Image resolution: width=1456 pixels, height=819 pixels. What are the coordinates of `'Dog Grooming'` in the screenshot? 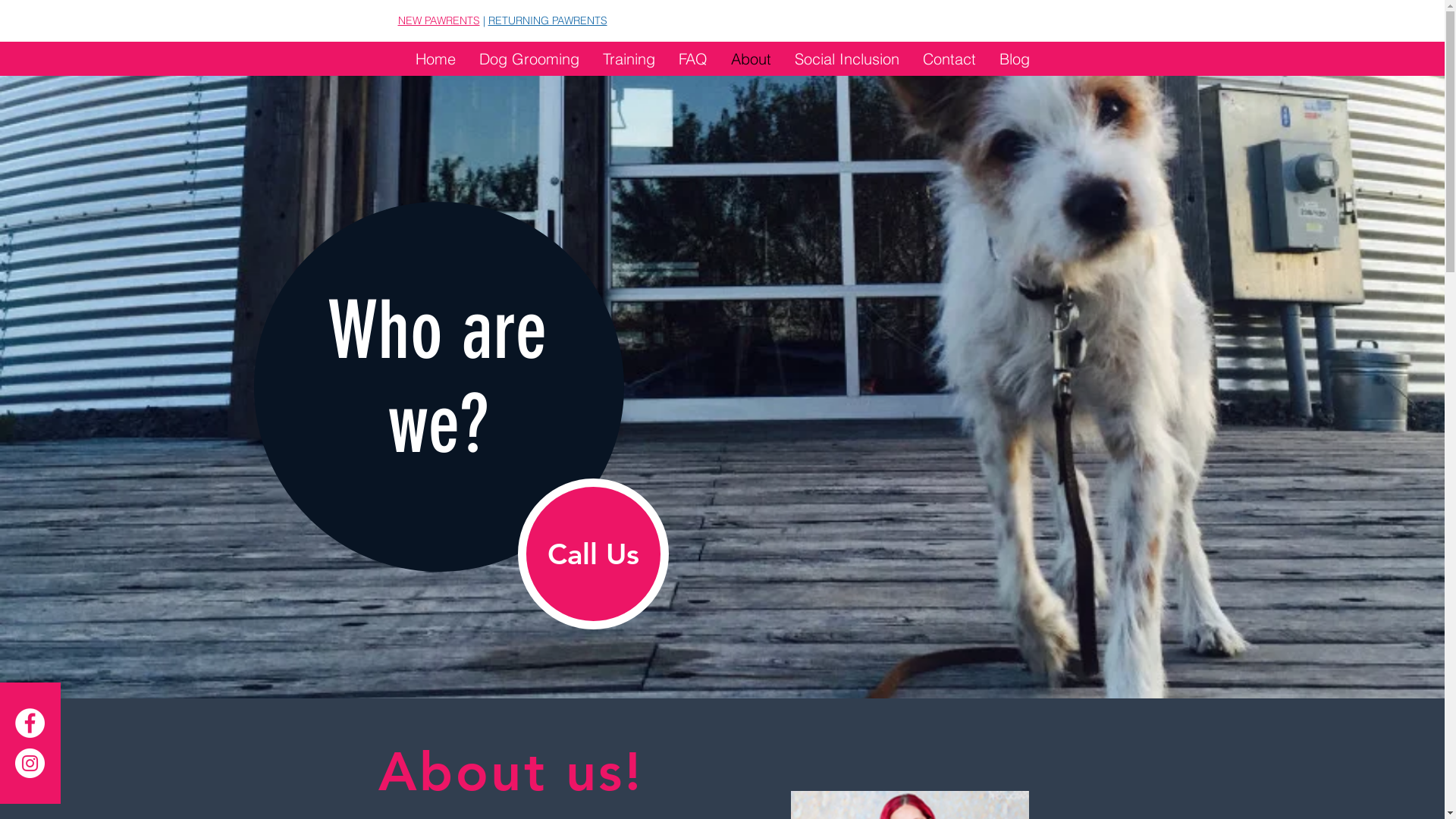 It's located at (529, 58).